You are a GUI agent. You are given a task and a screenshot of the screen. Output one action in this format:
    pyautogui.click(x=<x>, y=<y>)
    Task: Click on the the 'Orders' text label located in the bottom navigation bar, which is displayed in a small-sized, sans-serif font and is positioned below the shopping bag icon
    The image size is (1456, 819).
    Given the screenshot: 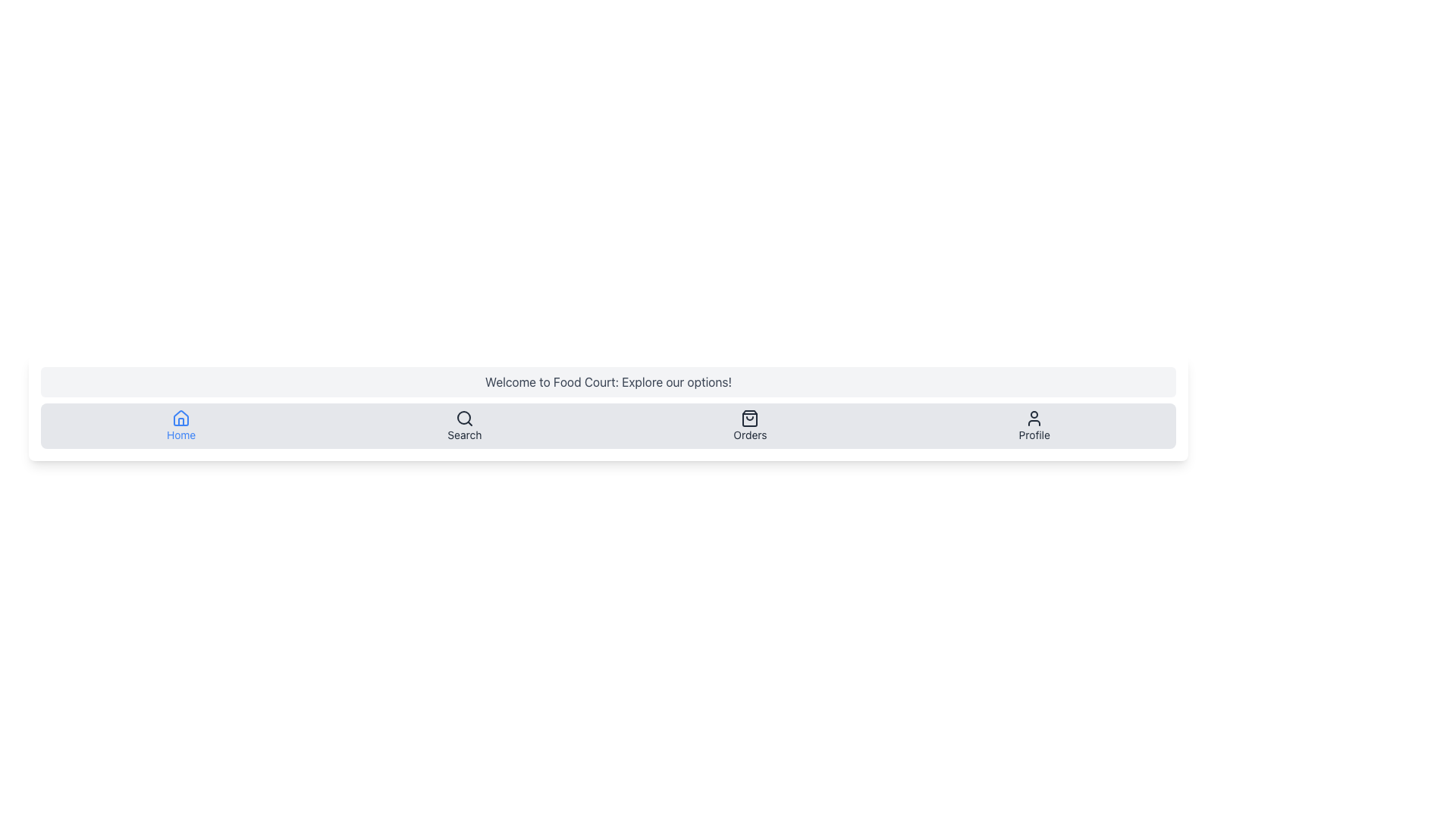 What is the action you would take?
    pyautogui.click(x=750, y=435)
    